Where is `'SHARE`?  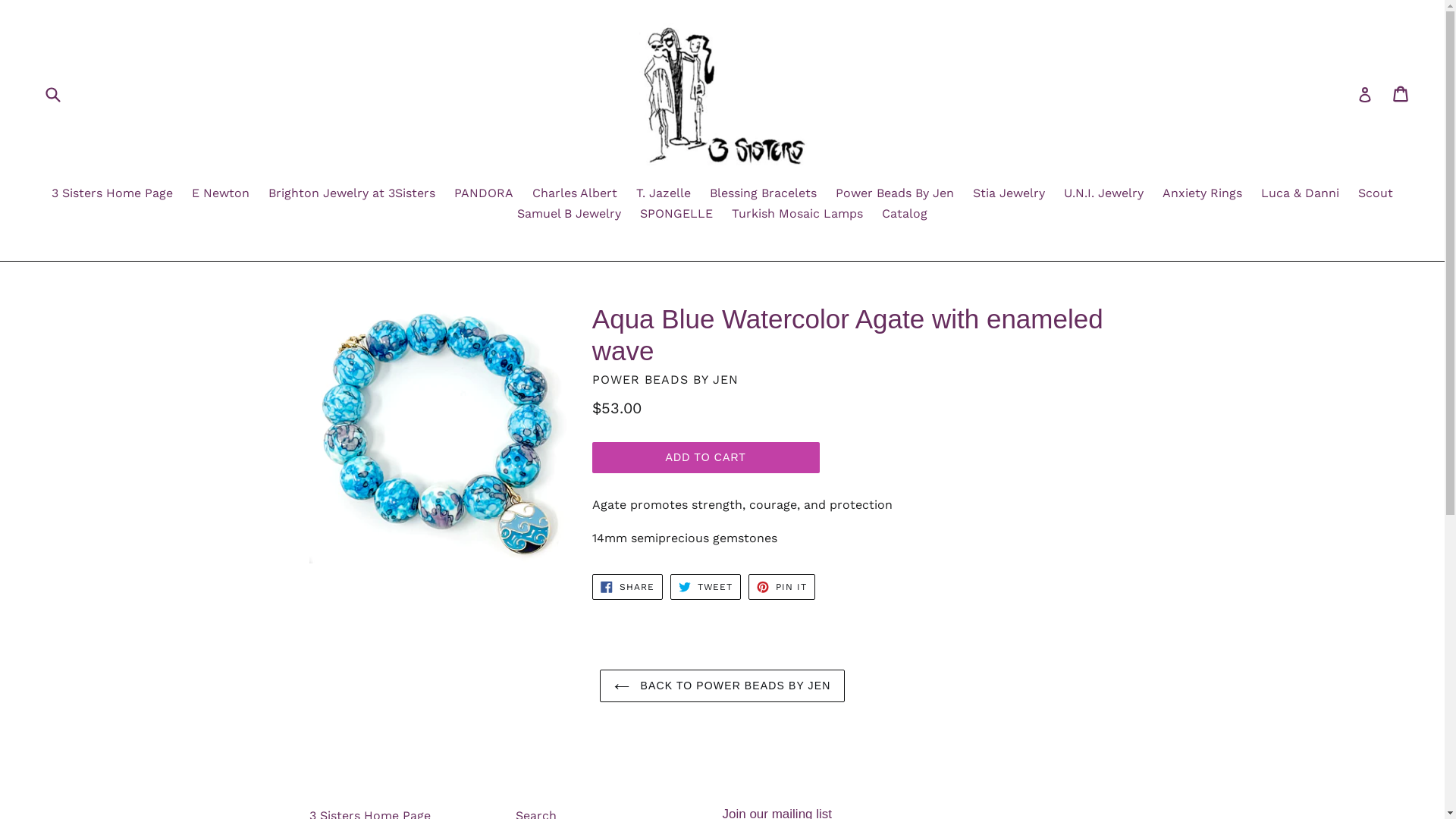
'SHARE is located at coordinates (627, 586).